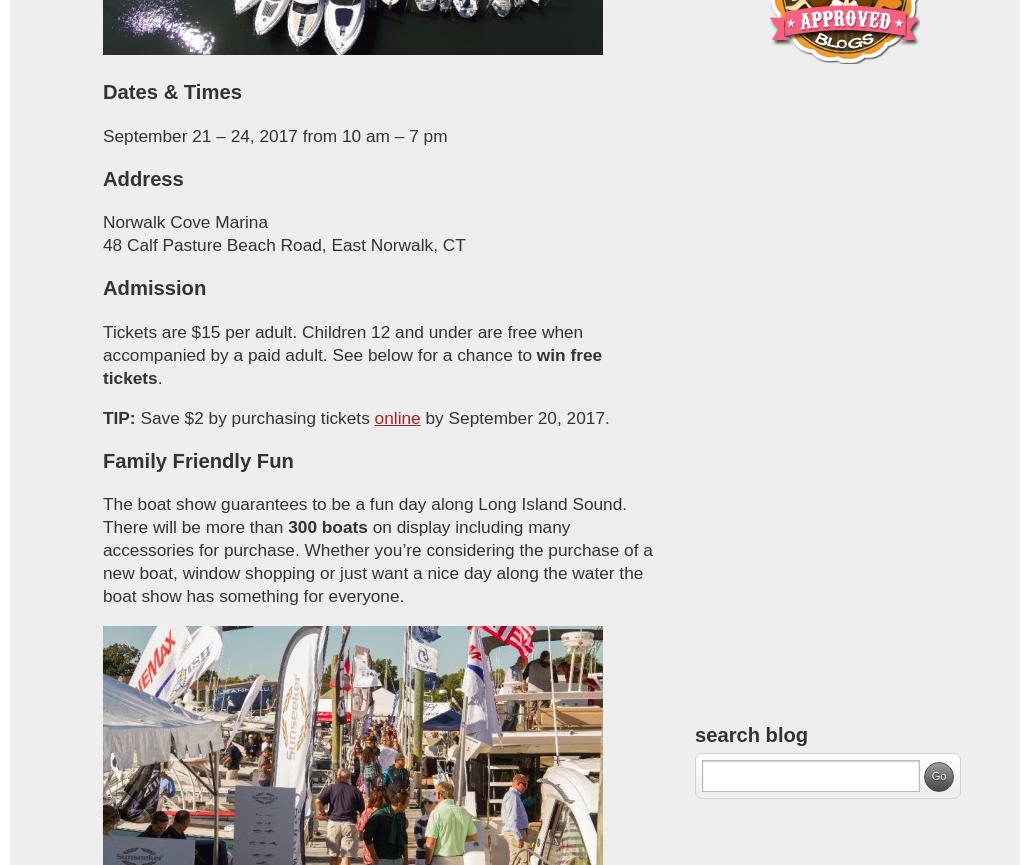 Image resolution: width=1030 pixels, height=865 pixels. I want to click on 'Tickets are $15 per adult. Children 12 and under are free when accompanied by a paid adult. See below for a chance to', so click(341, 342).